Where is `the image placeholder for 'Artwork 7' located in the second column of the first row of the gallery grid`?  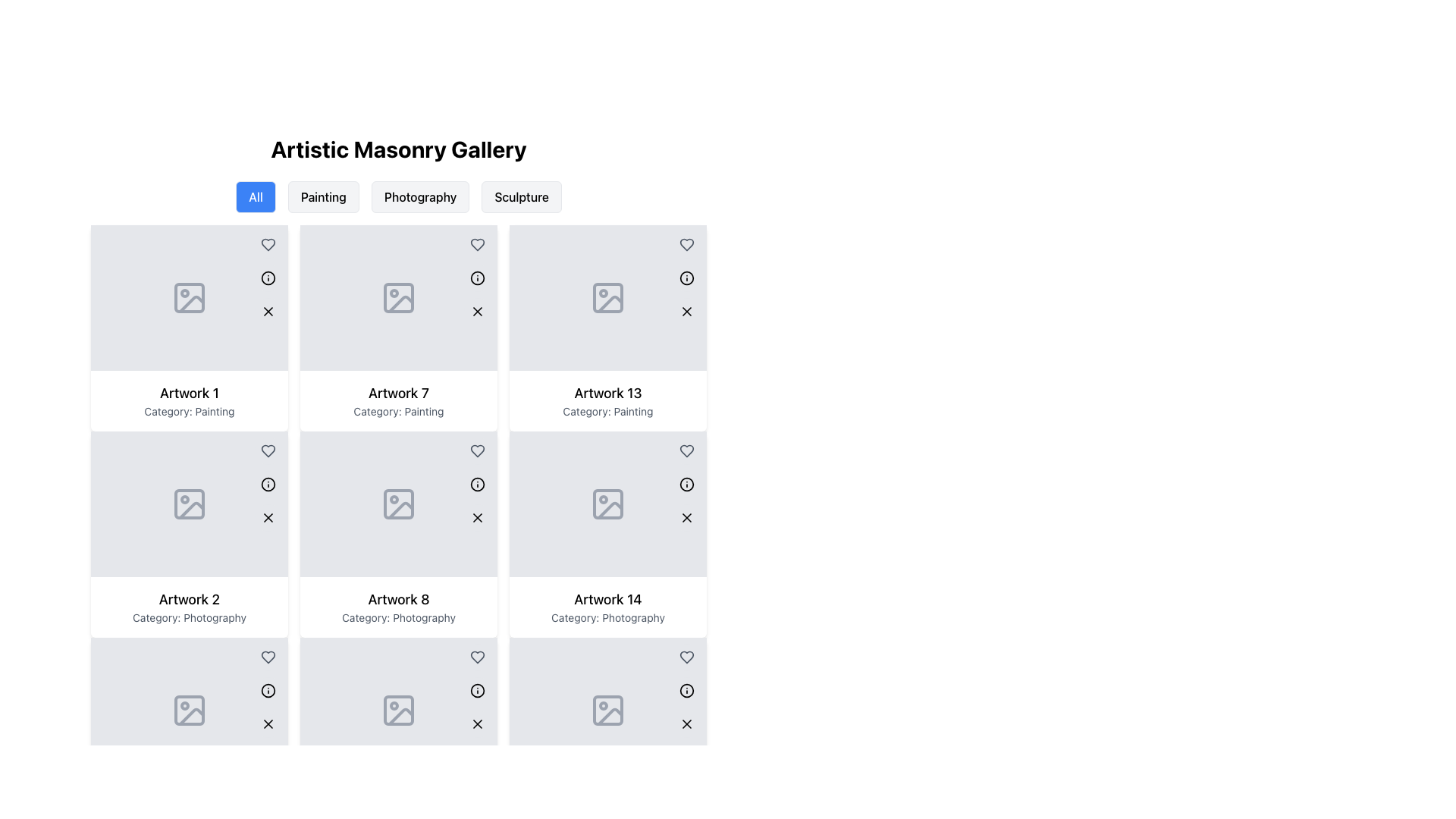
the image placeholder for 'Artwork 7' located in the second column of the first row of the gallery grid is located at coordinates (399, 298).